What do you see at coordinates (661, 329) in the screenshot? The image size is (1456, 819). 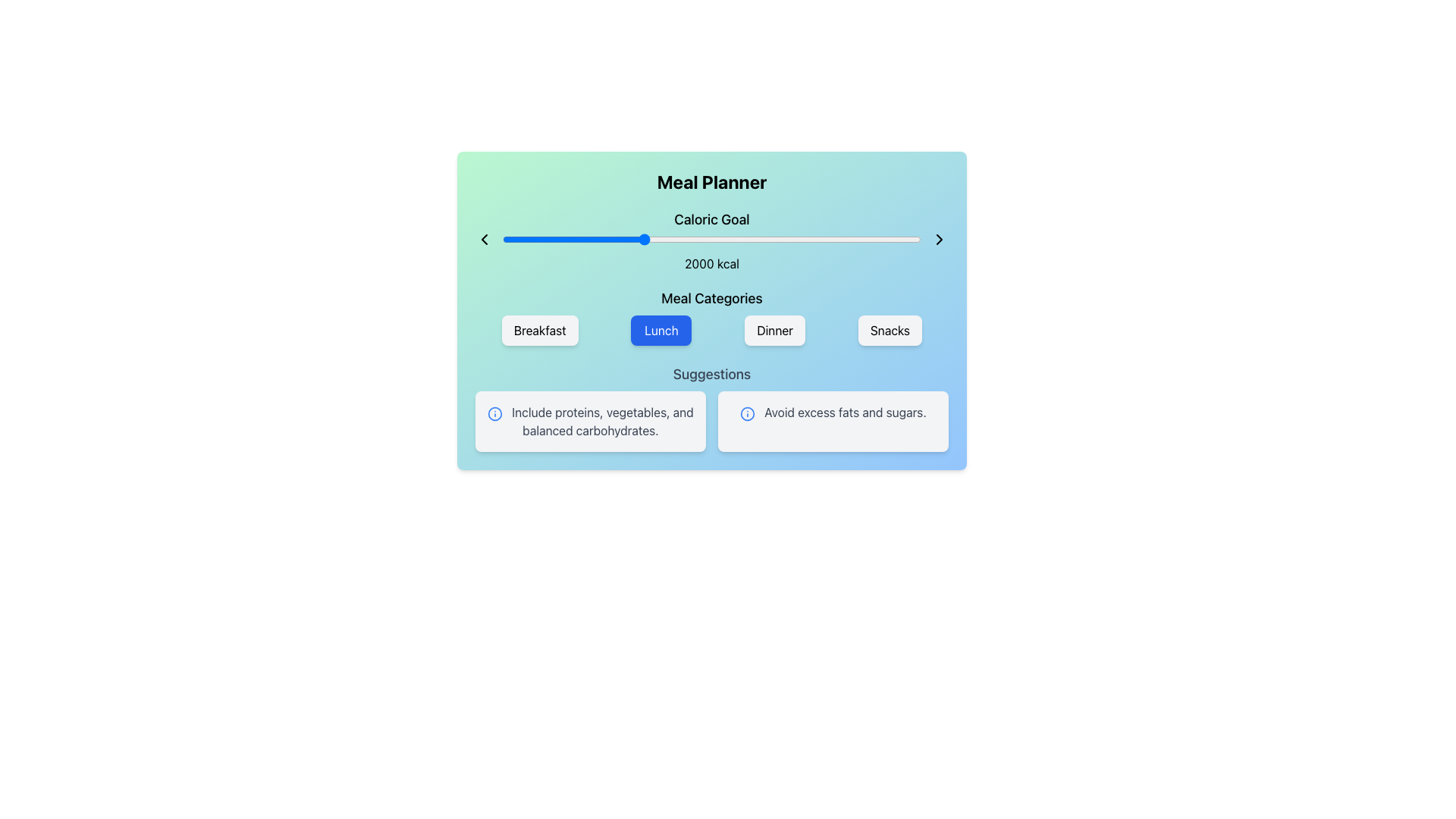 I see `the blue 'Lunch' button with white text in the Meal Categories section` at bounding box center [661, 329].